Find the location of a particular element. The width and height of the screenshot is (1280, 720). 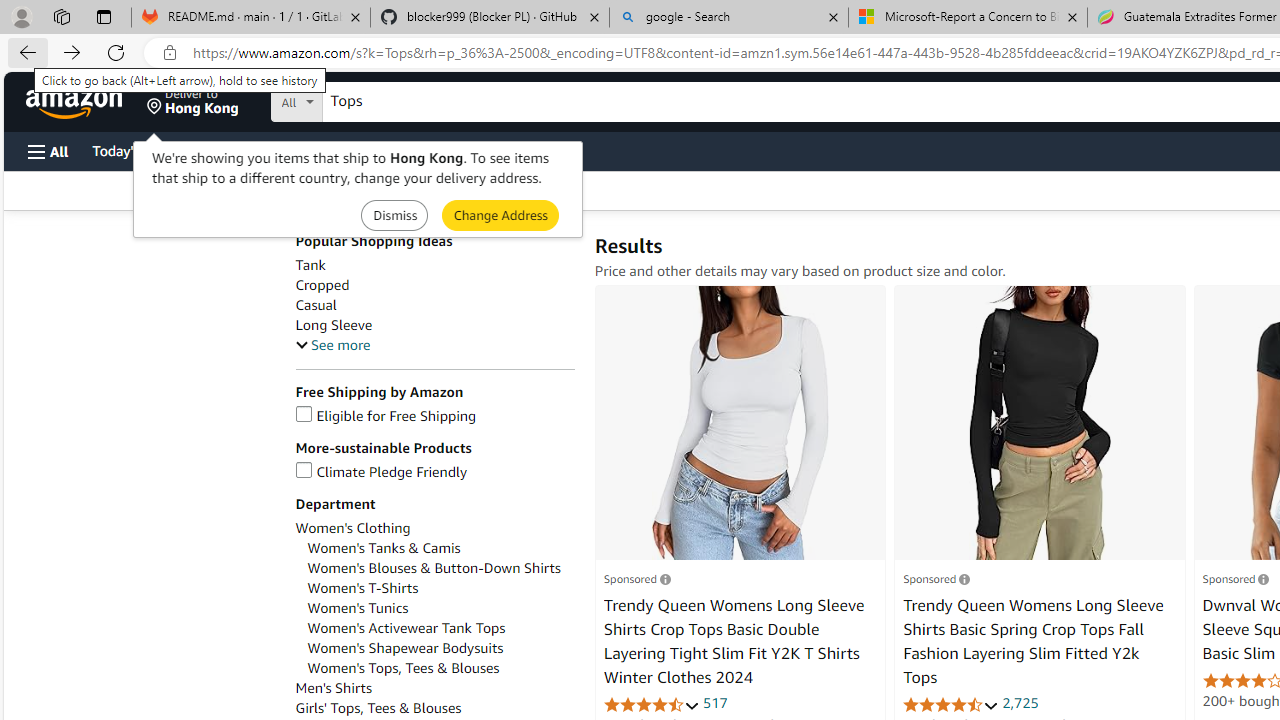

'Registry' is located at coordinates (360, 149).